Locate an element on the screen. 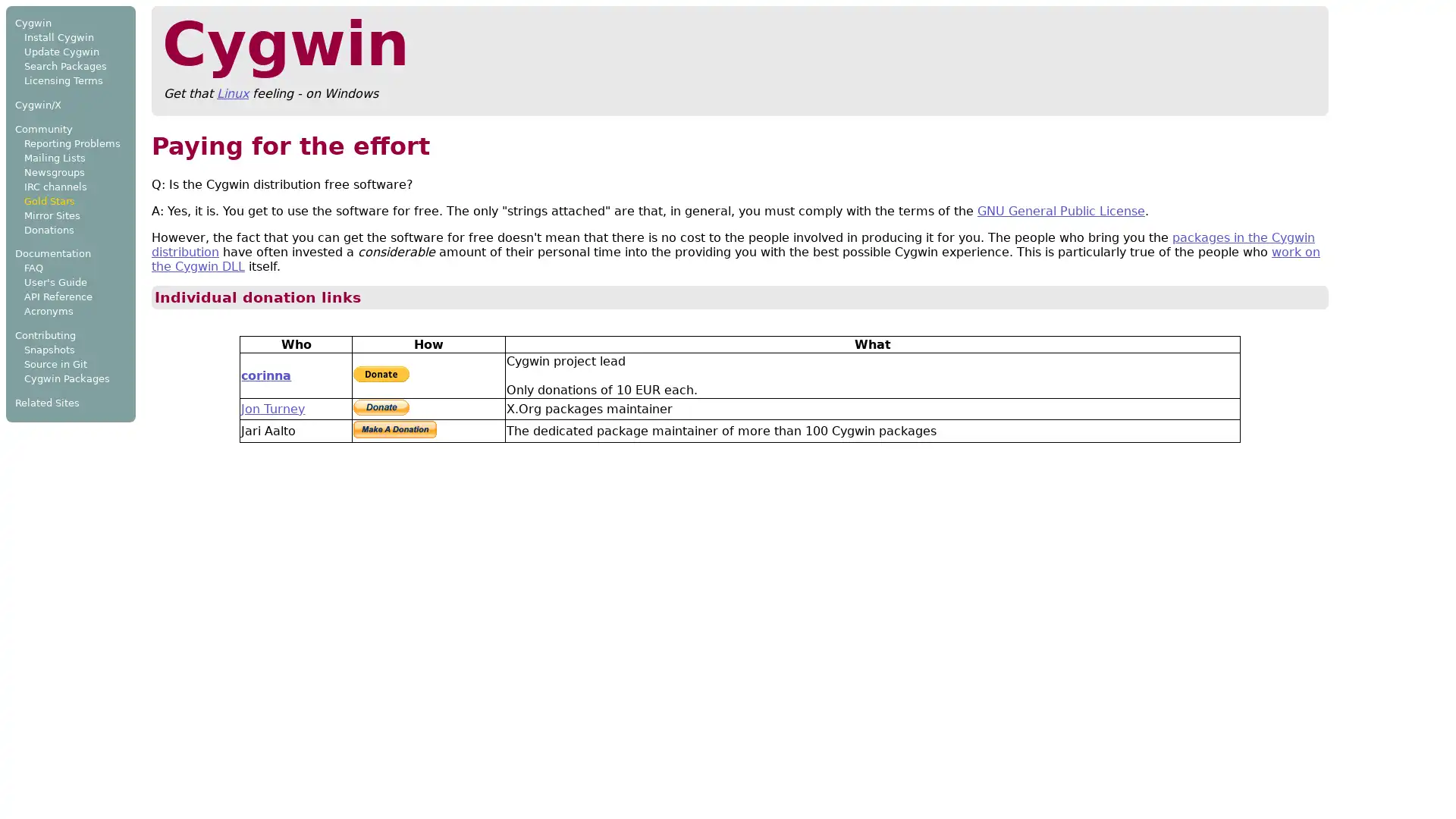 The image size is (1456, 819). PayPal - The safer, easier way to pay online! is located at coordinates (381, 373).